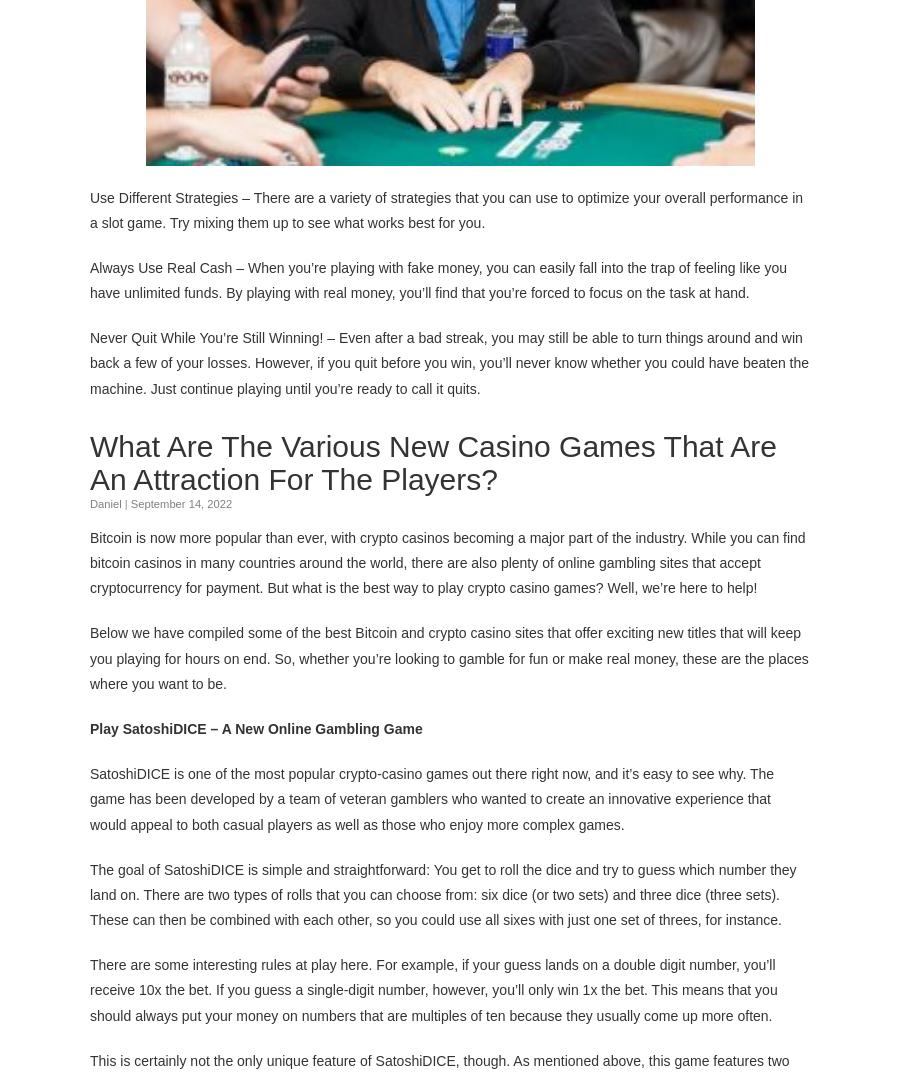 The width and height of the screenshot is (900, 1075). What do you see at coordinates (449, 361) in the screenshot?
I see `'Never Quit While You’re Still Winning! – Even after a bad streak, you may still be able to turn things around and win back a few of your losses. However, if you quit before you win, you’ll never know whether you could have beaten the machine. Just continue playing until you’re ready to call it quits.'` at bounding box center [449, 361].